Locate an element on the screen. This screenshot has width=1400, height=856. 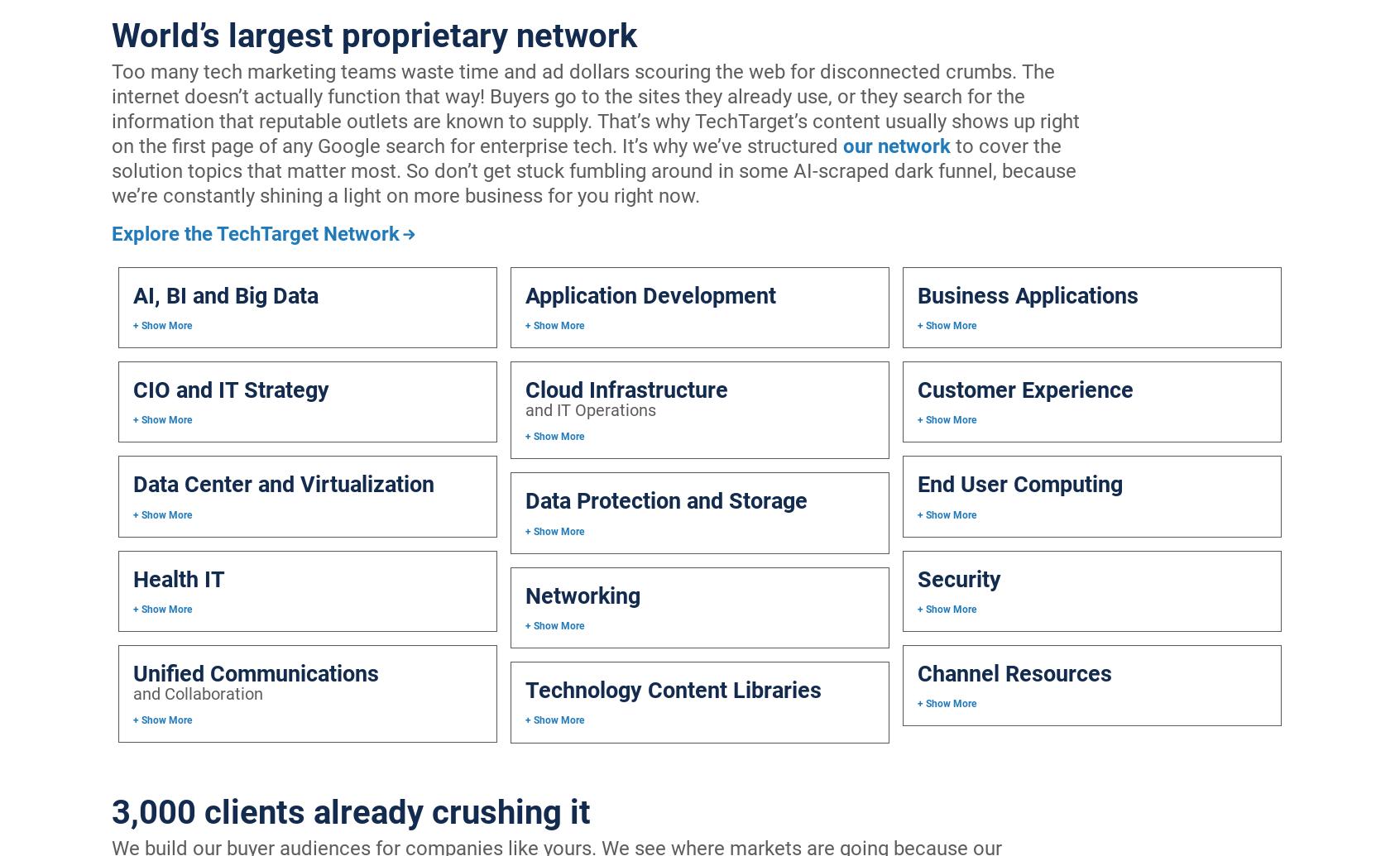
'and Collaboration' is located at coordinates (132, 692).